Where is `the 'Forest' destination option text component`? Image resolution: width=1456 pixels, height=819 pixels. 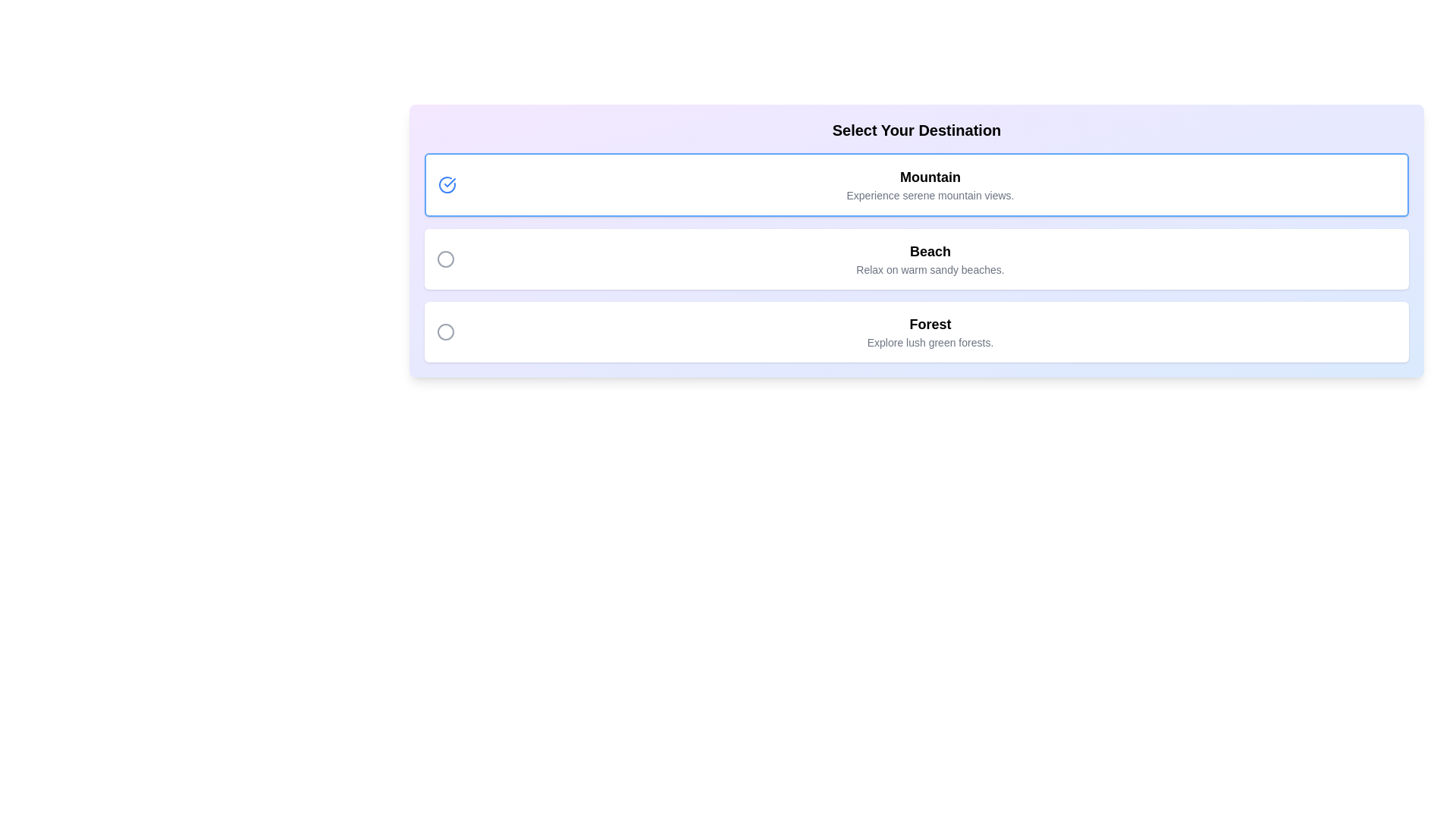 the 'Forest' destination option text component is located at coordinates (930, 331).